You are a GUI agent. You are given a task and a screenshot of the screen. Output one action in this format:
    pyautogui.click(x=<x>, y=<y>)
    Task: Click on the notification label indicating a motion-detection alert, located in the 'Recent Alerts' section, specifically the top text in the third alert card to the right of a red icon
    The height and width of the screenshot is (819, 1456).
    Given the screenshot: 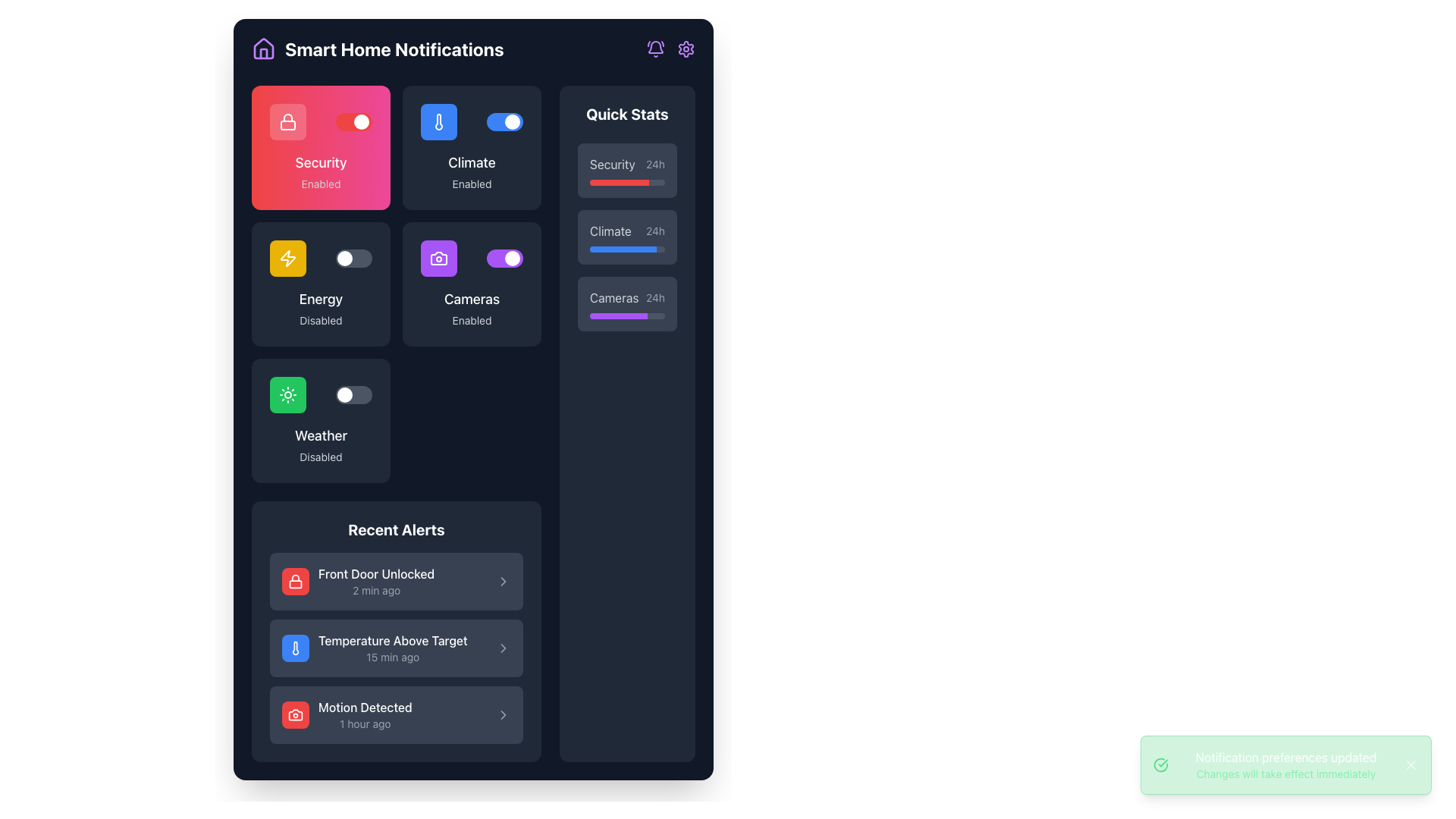 What is the action you would take?
    pyautogui.click(x=365, y=708)
    